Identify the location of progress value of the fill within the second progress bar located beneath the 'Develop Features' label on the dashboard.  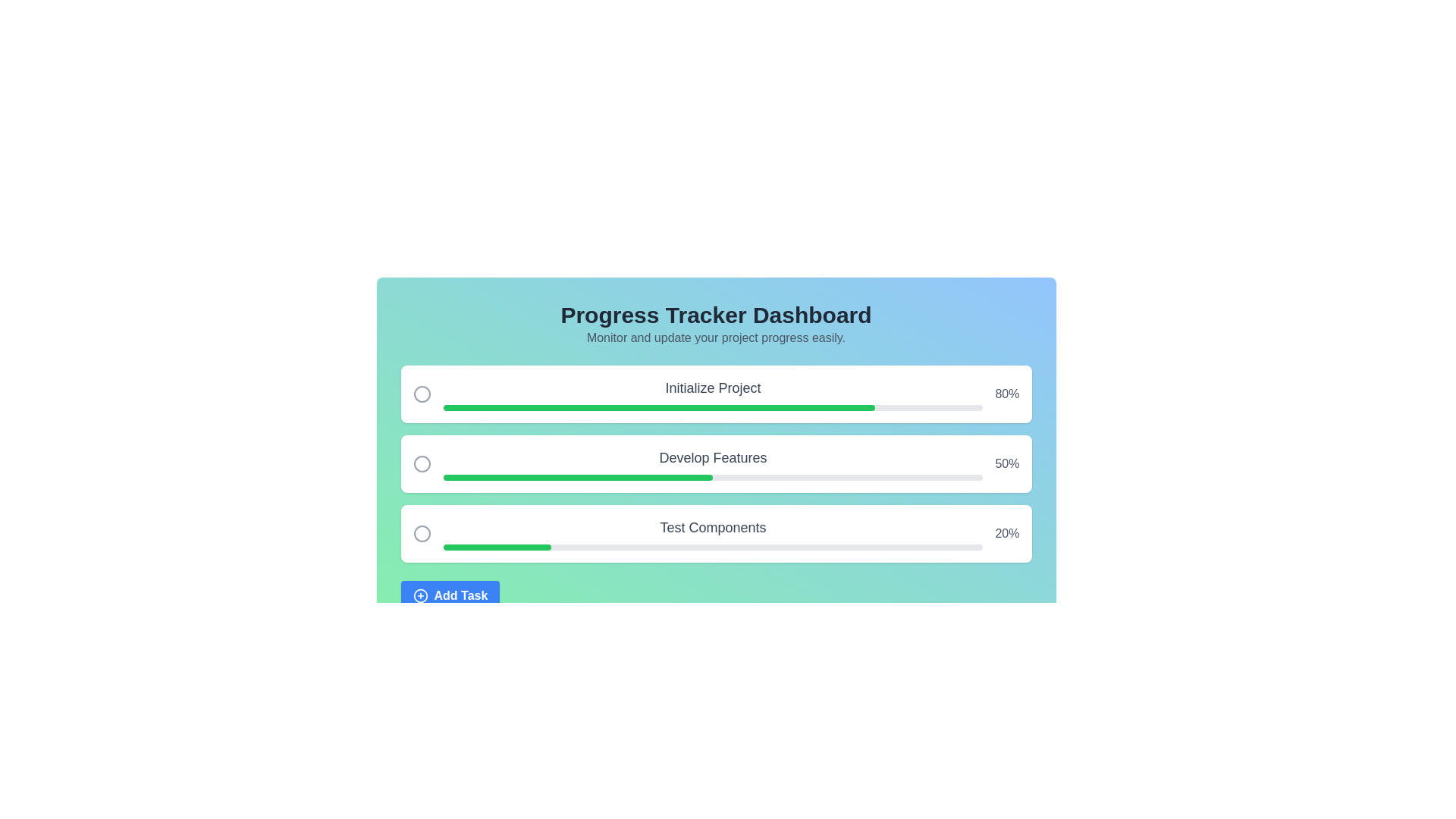
(577, 476).